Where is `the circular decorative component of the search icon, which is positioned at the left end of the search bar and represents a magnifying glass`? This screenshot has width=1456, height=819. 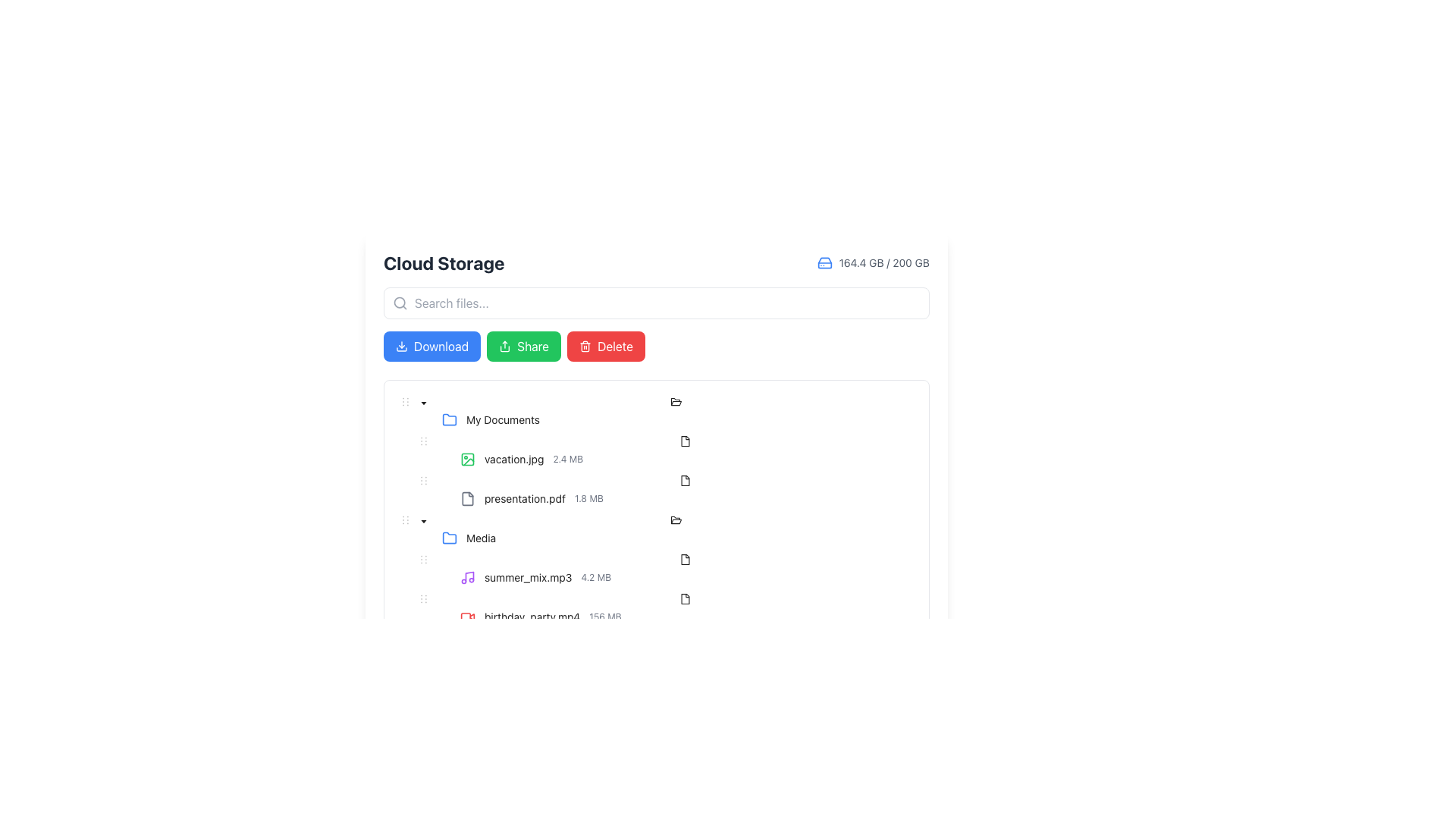
the circular decorative component of the search icon, which is positioned at the left end of the search bar and represents a magnifying glass is located at coordinates (400, 303).